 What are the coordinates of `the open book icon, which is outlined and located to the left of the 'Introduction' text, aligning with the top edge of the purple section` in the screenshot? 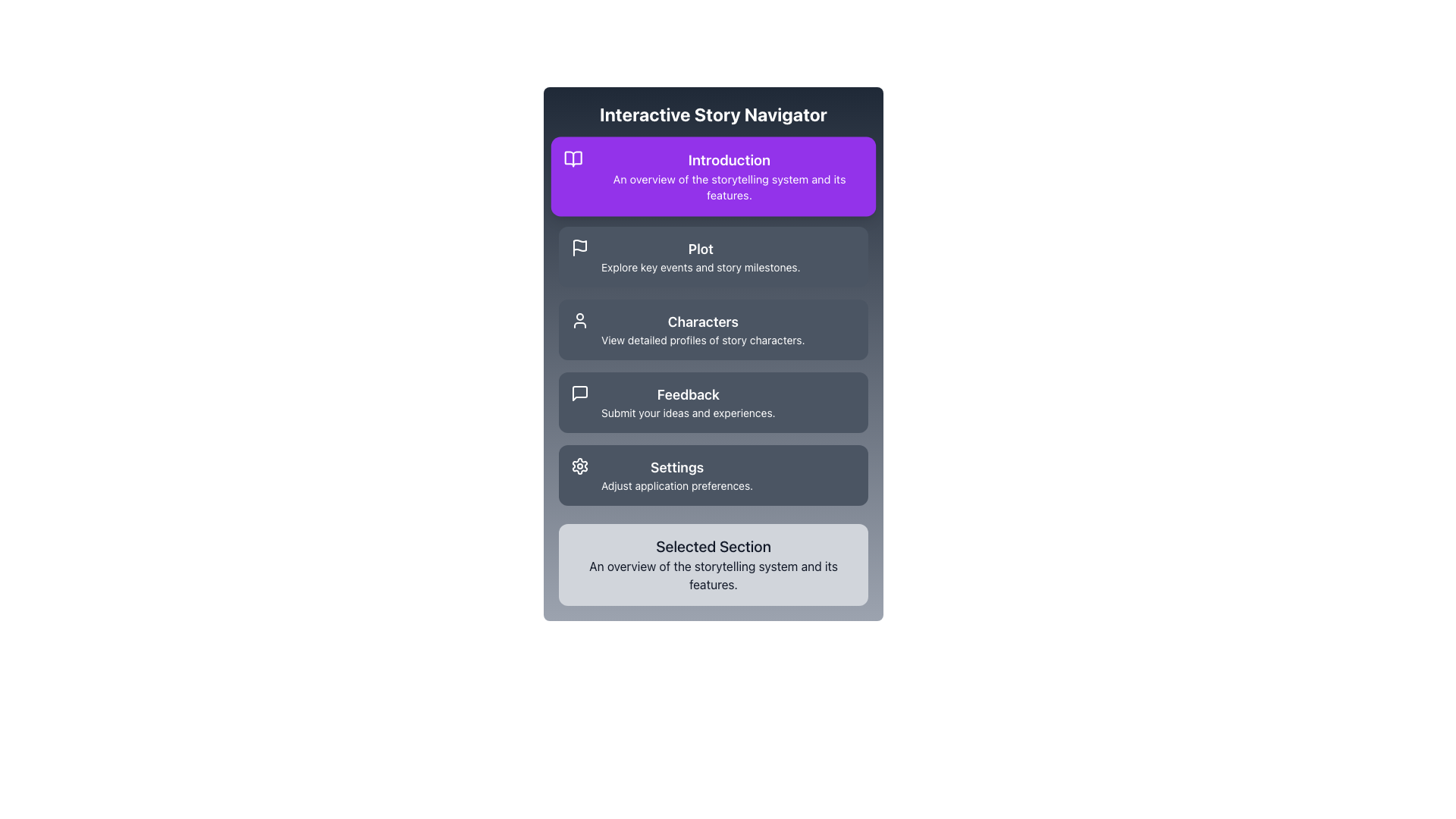 It's located at (573, 158).